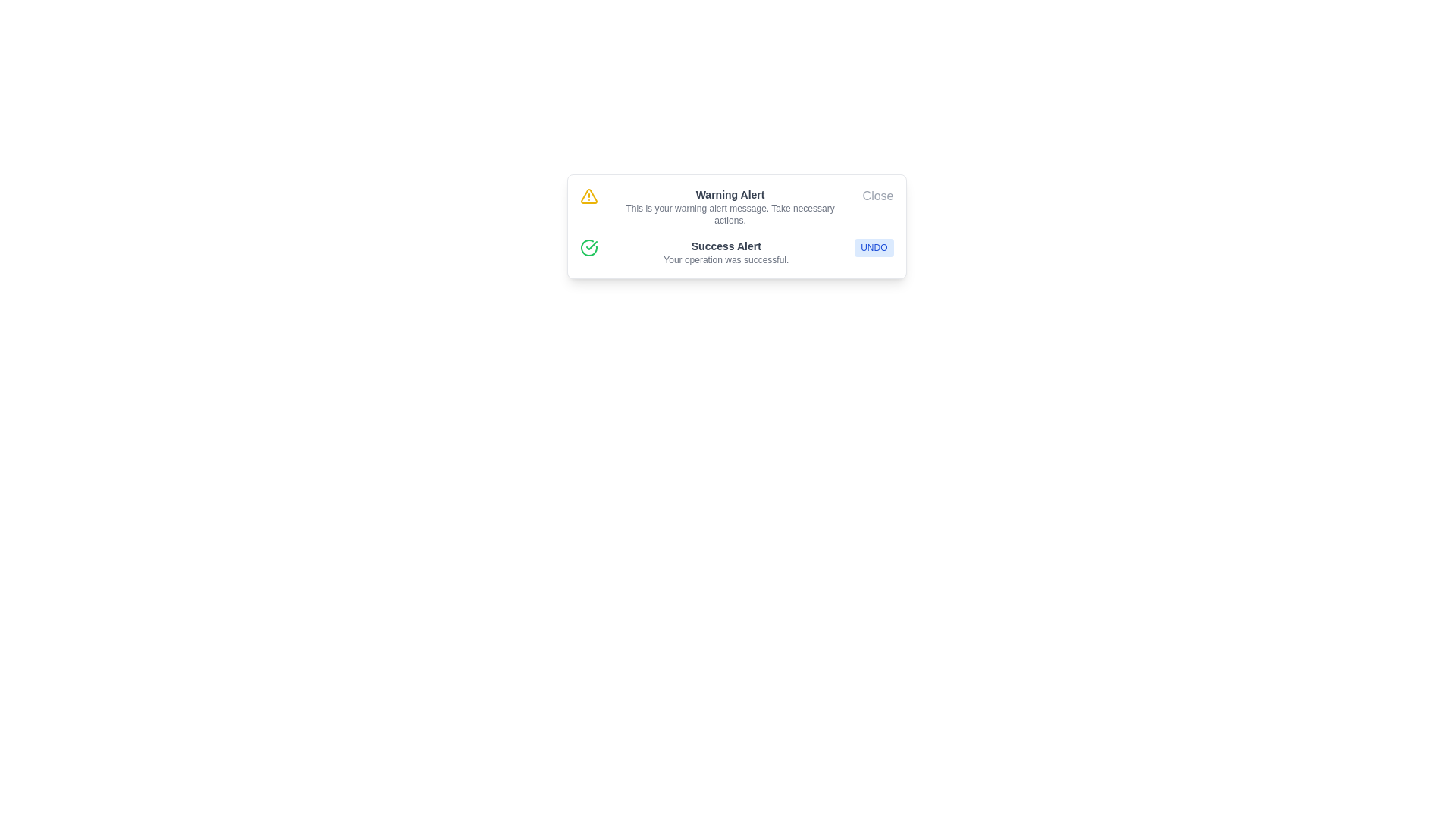 The width and height of the screenshot is (1456, 819). What do you see at coordinates (878, 195) in the screenshot?
I see `the 'Close' link in the top-right corner of the warning alert box to change its color` at bounding box center [878, 195].